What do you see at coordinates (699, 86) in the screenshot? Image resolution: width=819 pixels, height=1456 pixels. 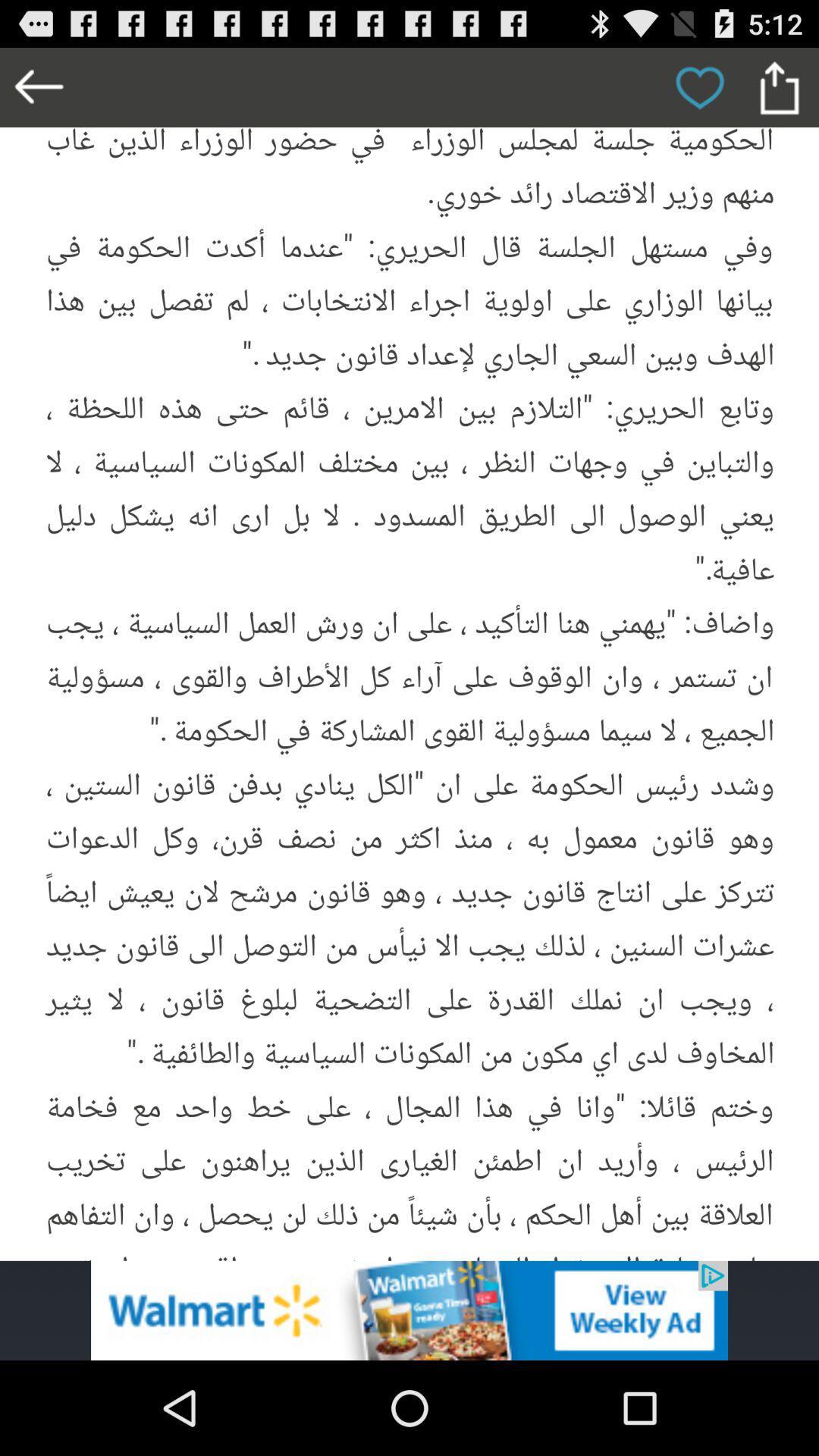 I see `heart this` at bounding box center [699, 86].